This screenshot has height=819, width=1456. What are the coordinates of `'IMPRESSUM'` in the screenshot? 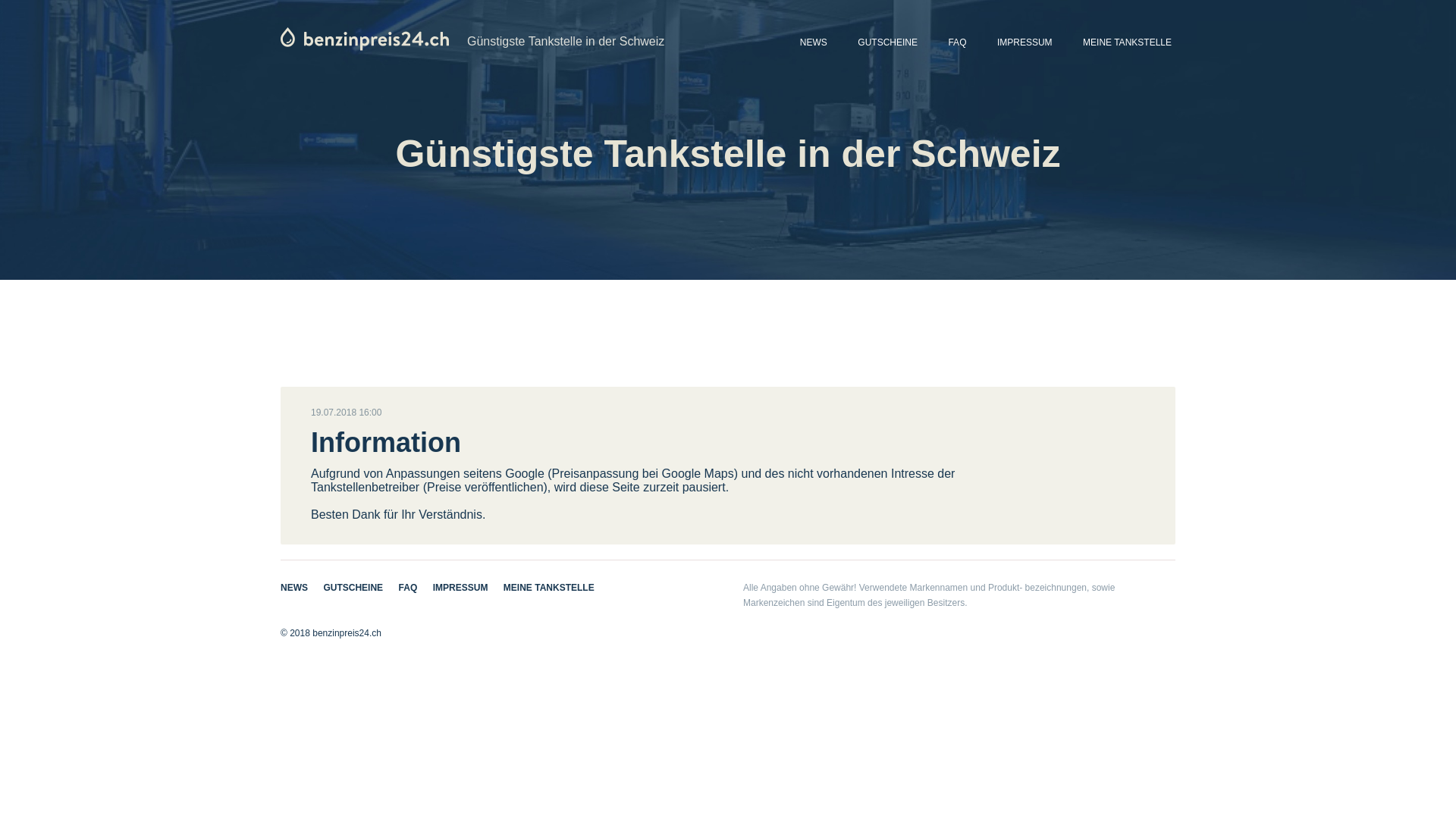 It's located at (1025, 42).